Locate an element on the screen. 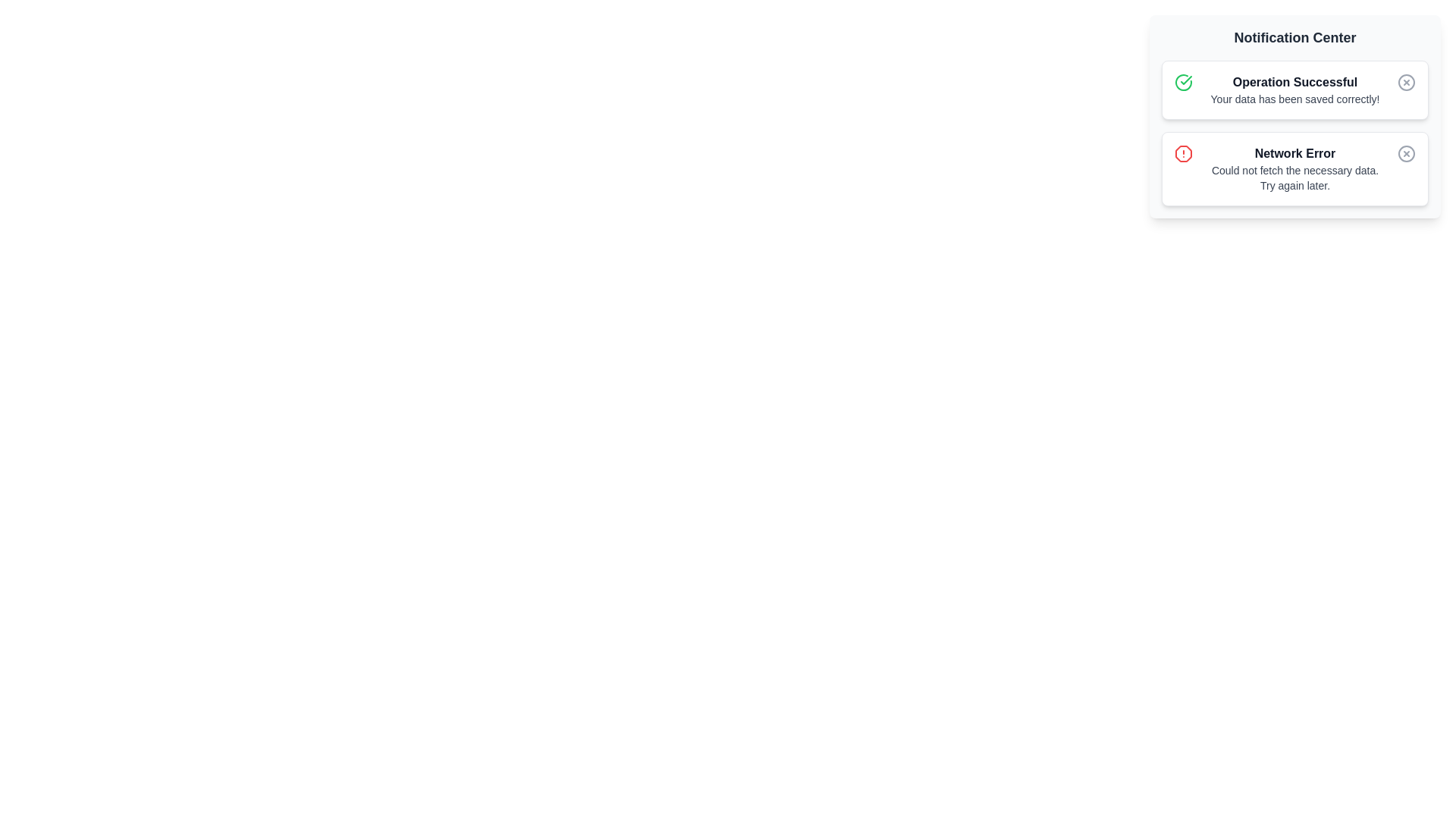  the circular shape icon representing the close action in the 'Network Error' notification panel is located at coordinates (1405, 154).